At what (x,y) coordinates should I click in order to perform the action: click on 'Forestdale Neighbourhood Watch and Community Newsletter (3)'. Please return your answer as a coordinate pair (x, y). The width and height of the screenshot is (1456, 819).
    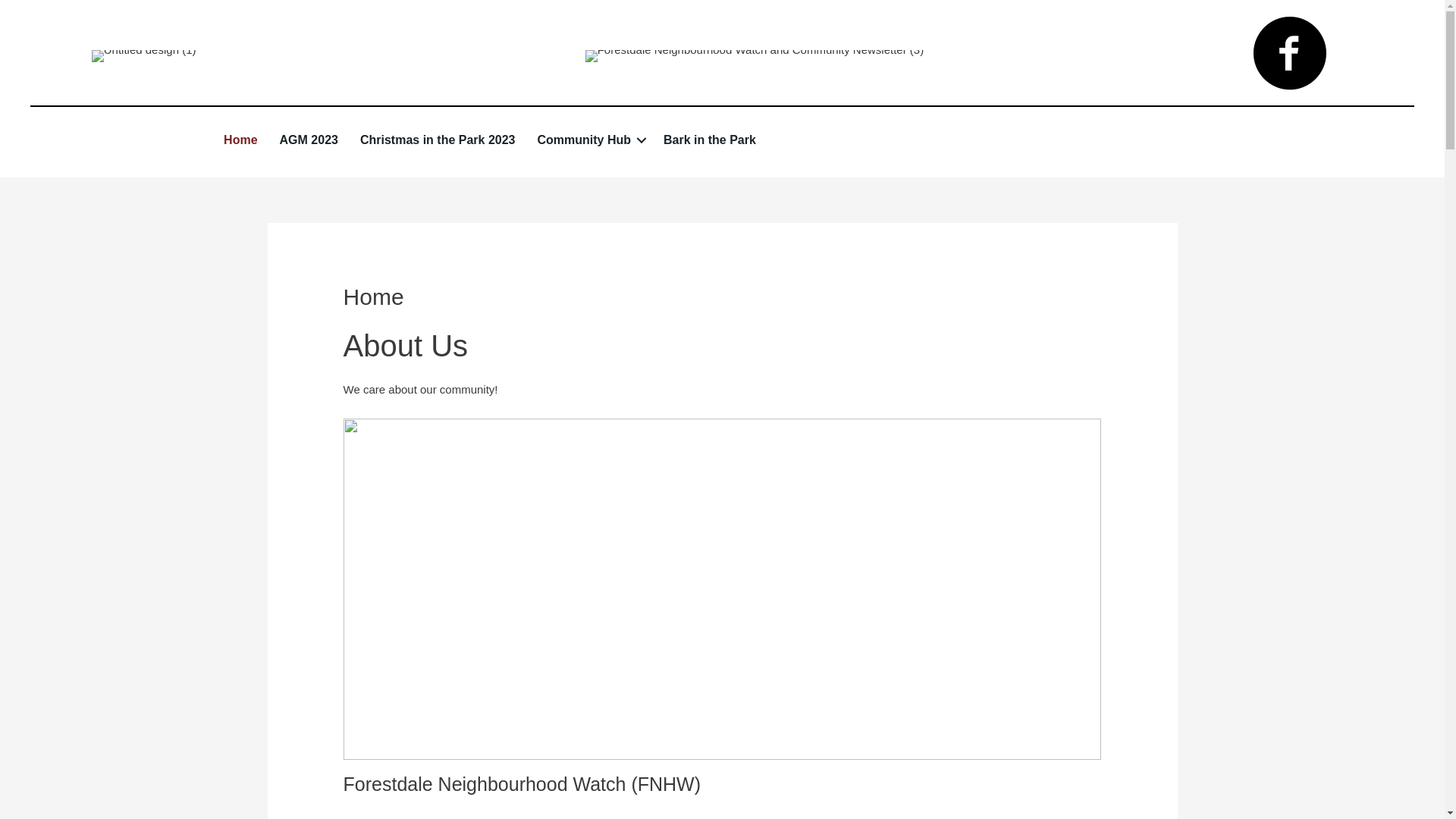
    Looking at the image, I should click on (754, 55).